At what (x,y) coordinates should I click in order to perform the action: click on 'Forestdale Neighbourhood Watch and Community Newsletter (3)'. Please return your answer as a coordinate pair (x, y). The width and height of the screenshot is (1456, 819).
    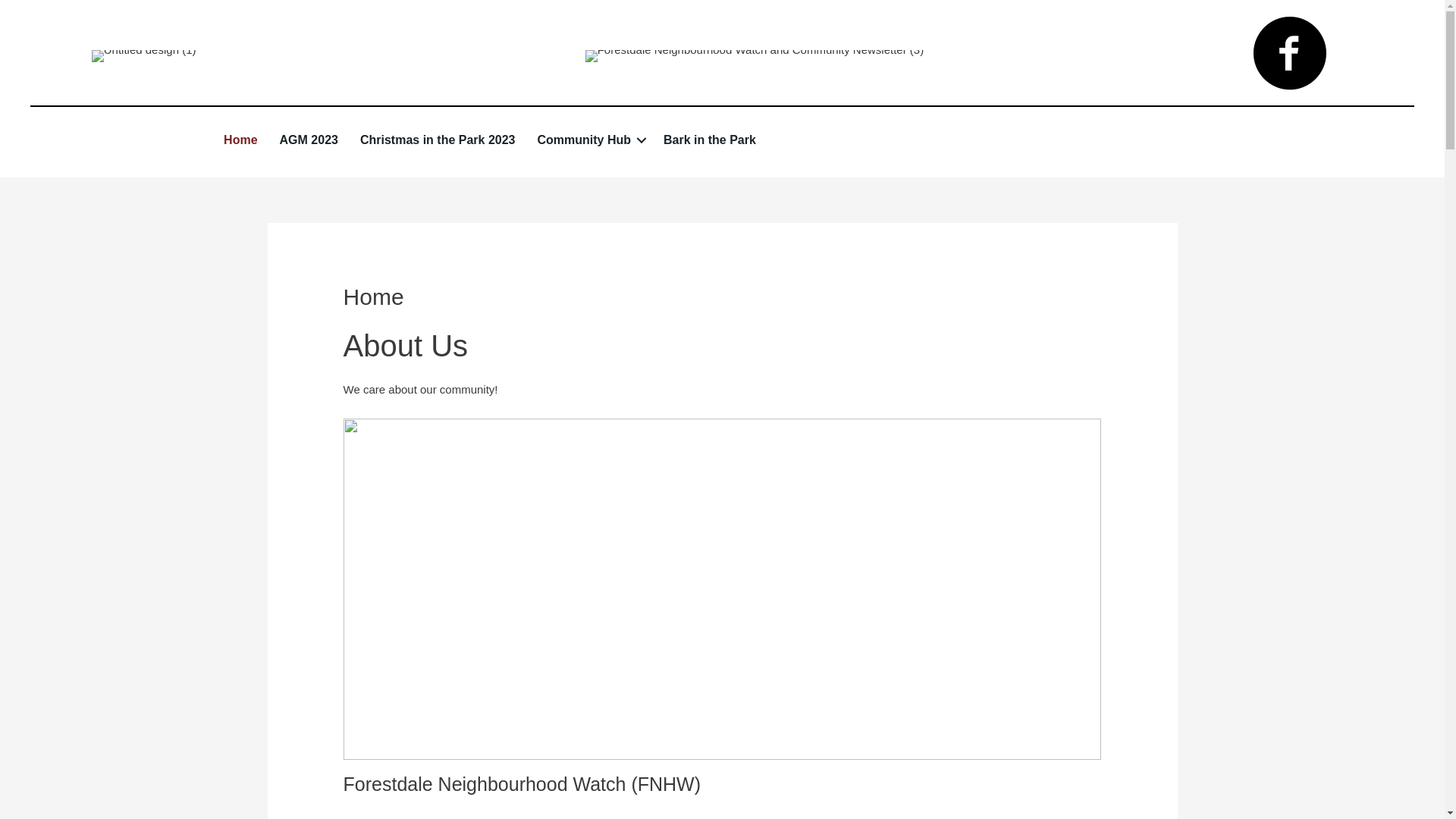
    Looking at the image, I should click on (754, 55).